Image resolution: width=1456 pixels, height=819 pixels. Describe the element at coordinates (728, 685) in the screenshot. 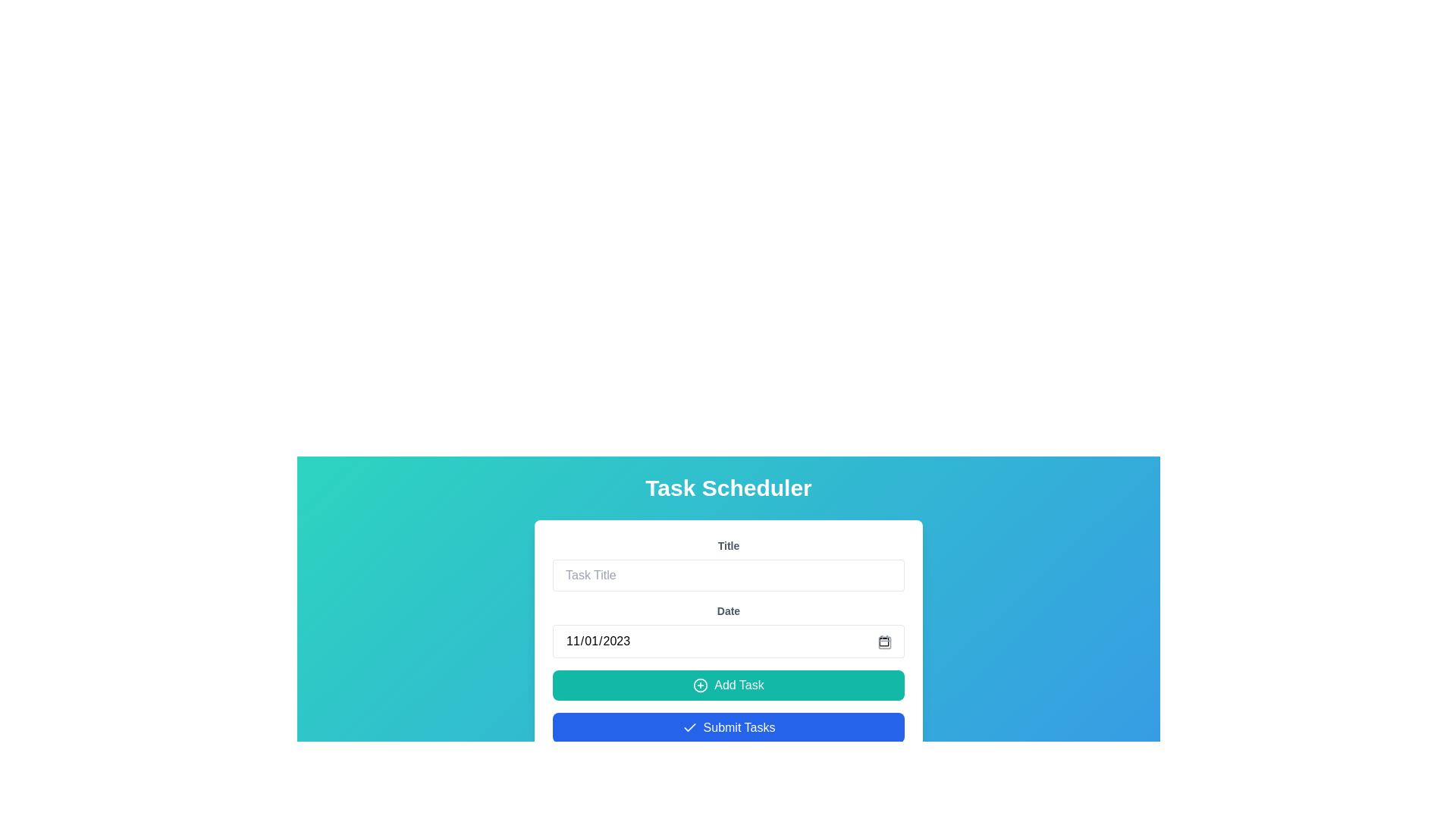

I see `the button intended to trigger the action of adding a new task, located within the 'Task Scheduler' card interface` at that location.